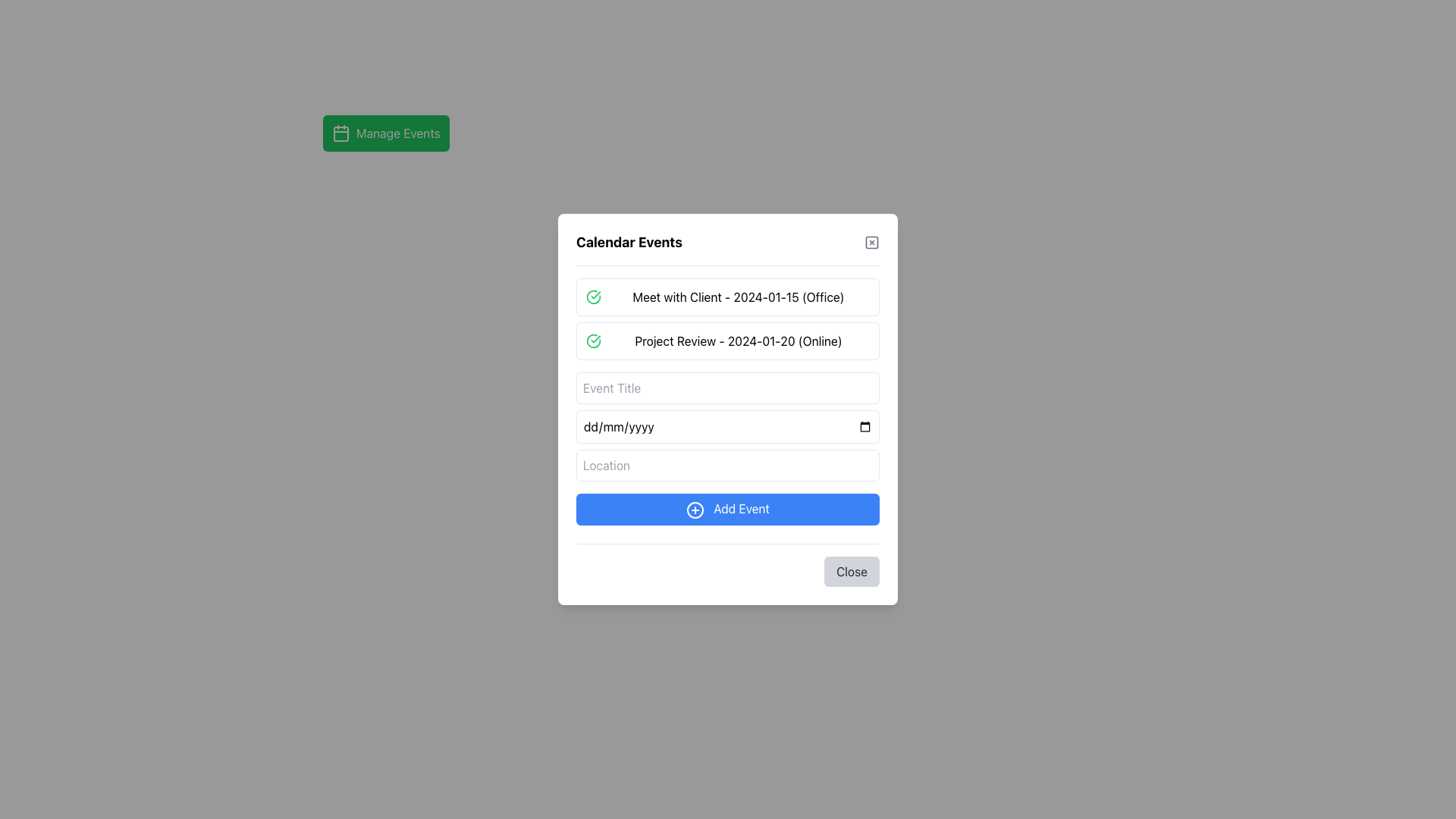 Image resolution: width=1456 pixels, height=819 pixels. What do you see at coordinates (739, 341) in the screenshot?
I see `the text label displaying 'Project Review - 2024-01-20 (Online)' which is located in the center of the dialog box and is accompanied by an icon on its left` at bounding box center [739, 341].